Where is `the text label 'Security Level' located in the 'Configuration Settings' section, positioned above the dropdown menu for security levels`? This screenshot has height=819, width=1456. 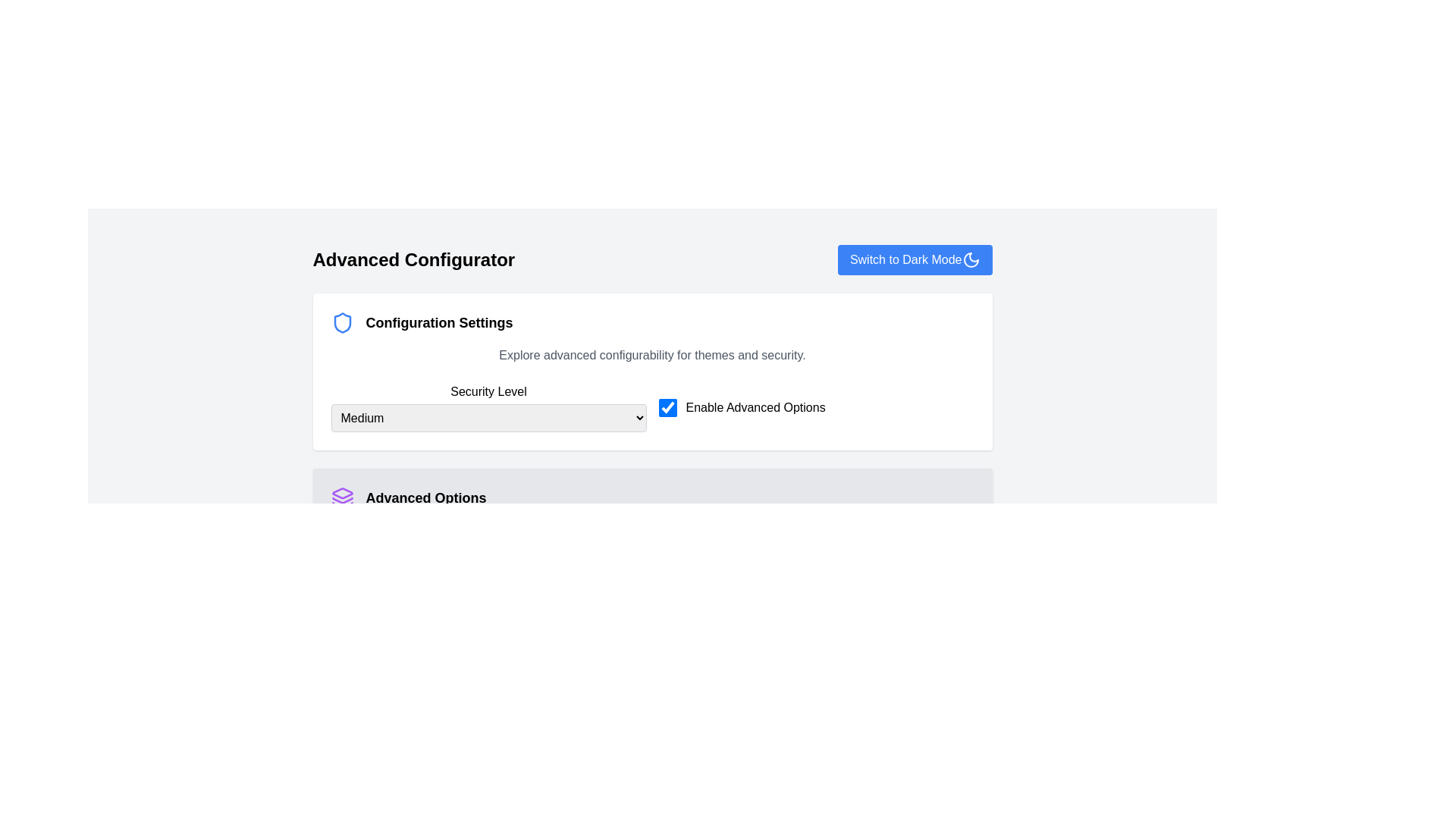
the text label 'Security Level' located in the 'Configuration Settings' section, positioned above the dropdown menu for security levels is located at coordinates (488, 391).